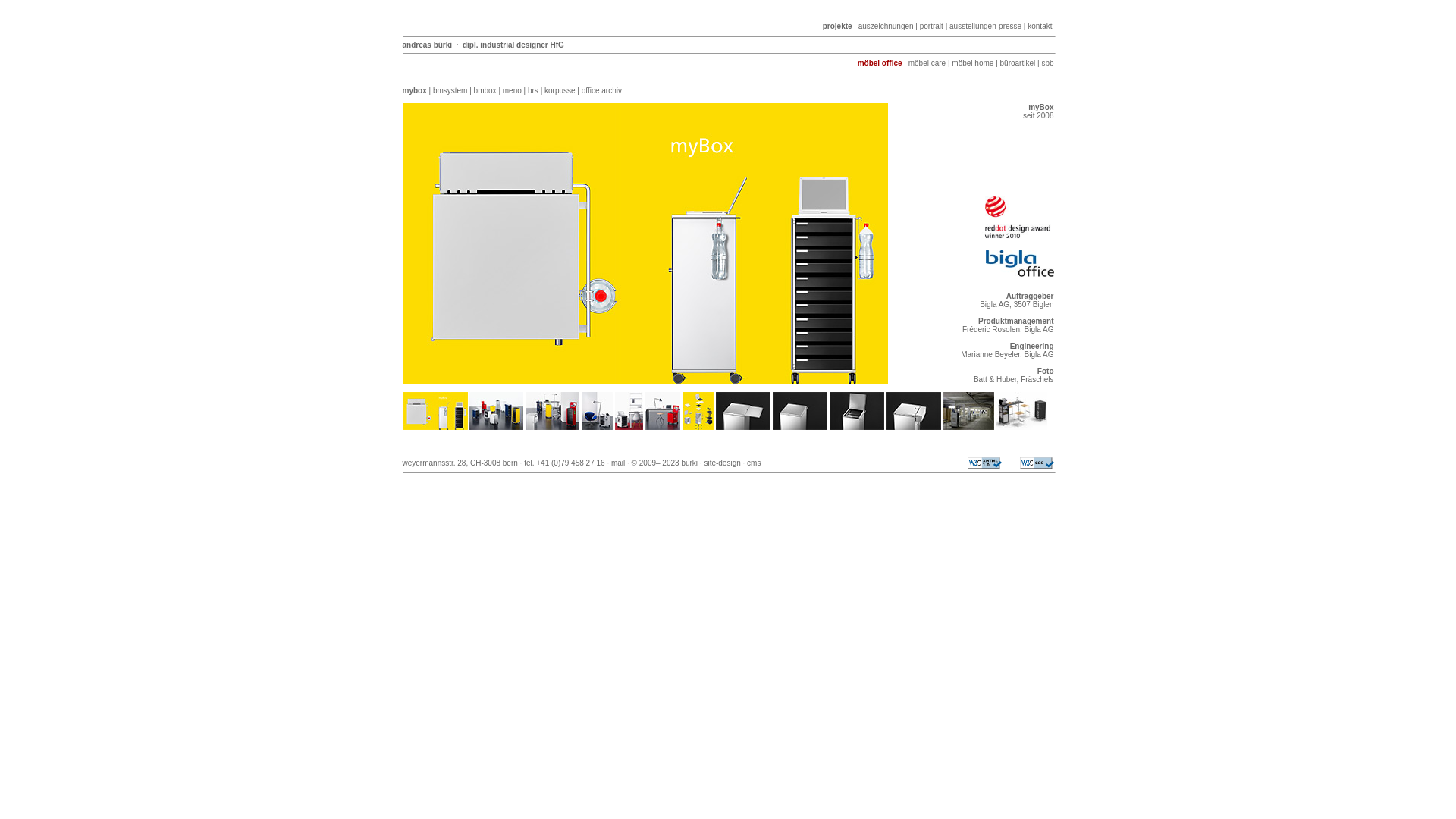  Describe the element at coordinates (512, 90) in the screenshot. I see `'meno'` at that location.